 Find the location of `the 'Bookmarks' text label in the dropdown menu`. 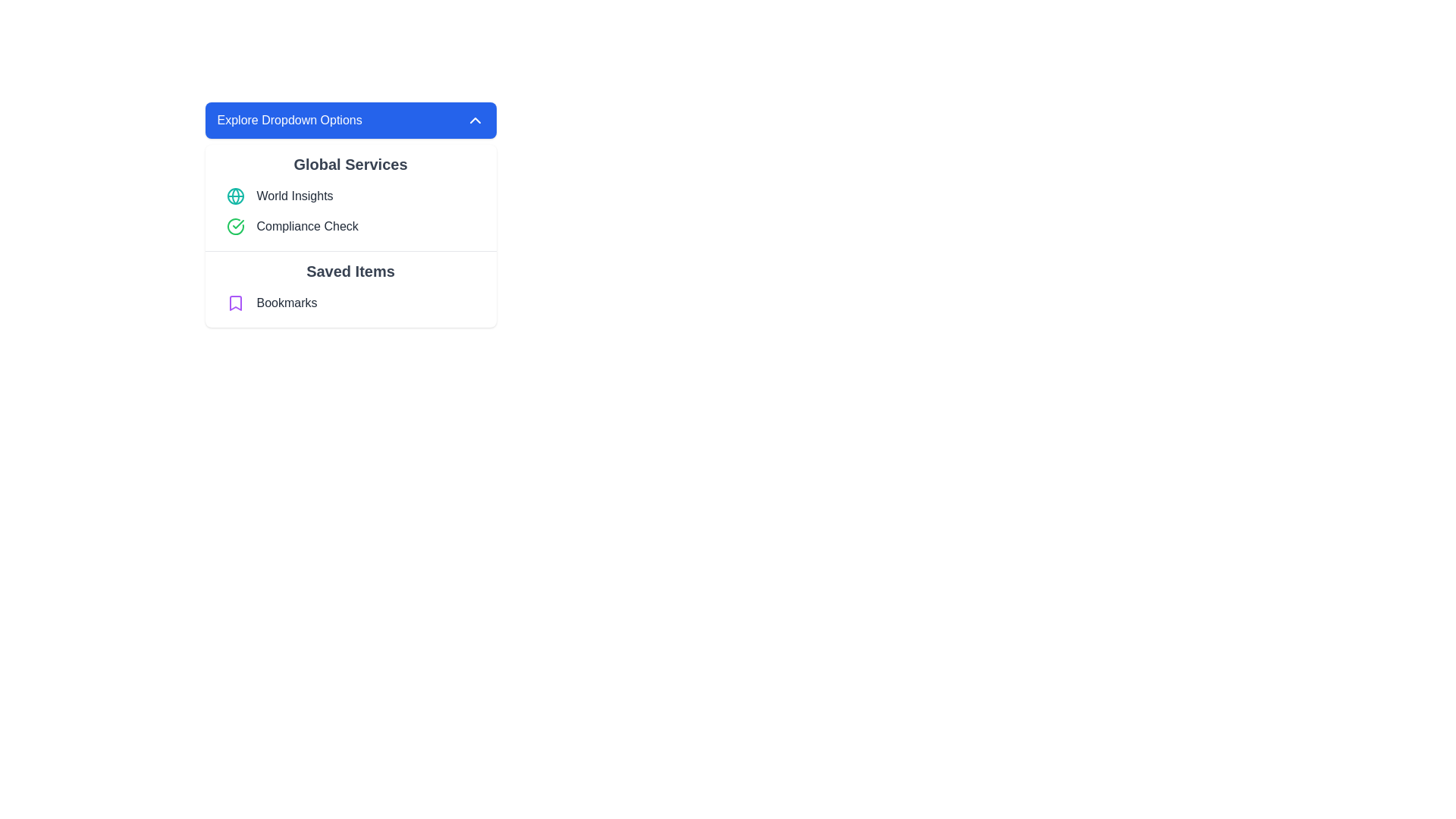

the 'Bookmarks' text label in the dropdown menu is located at coordinates (287, 303).